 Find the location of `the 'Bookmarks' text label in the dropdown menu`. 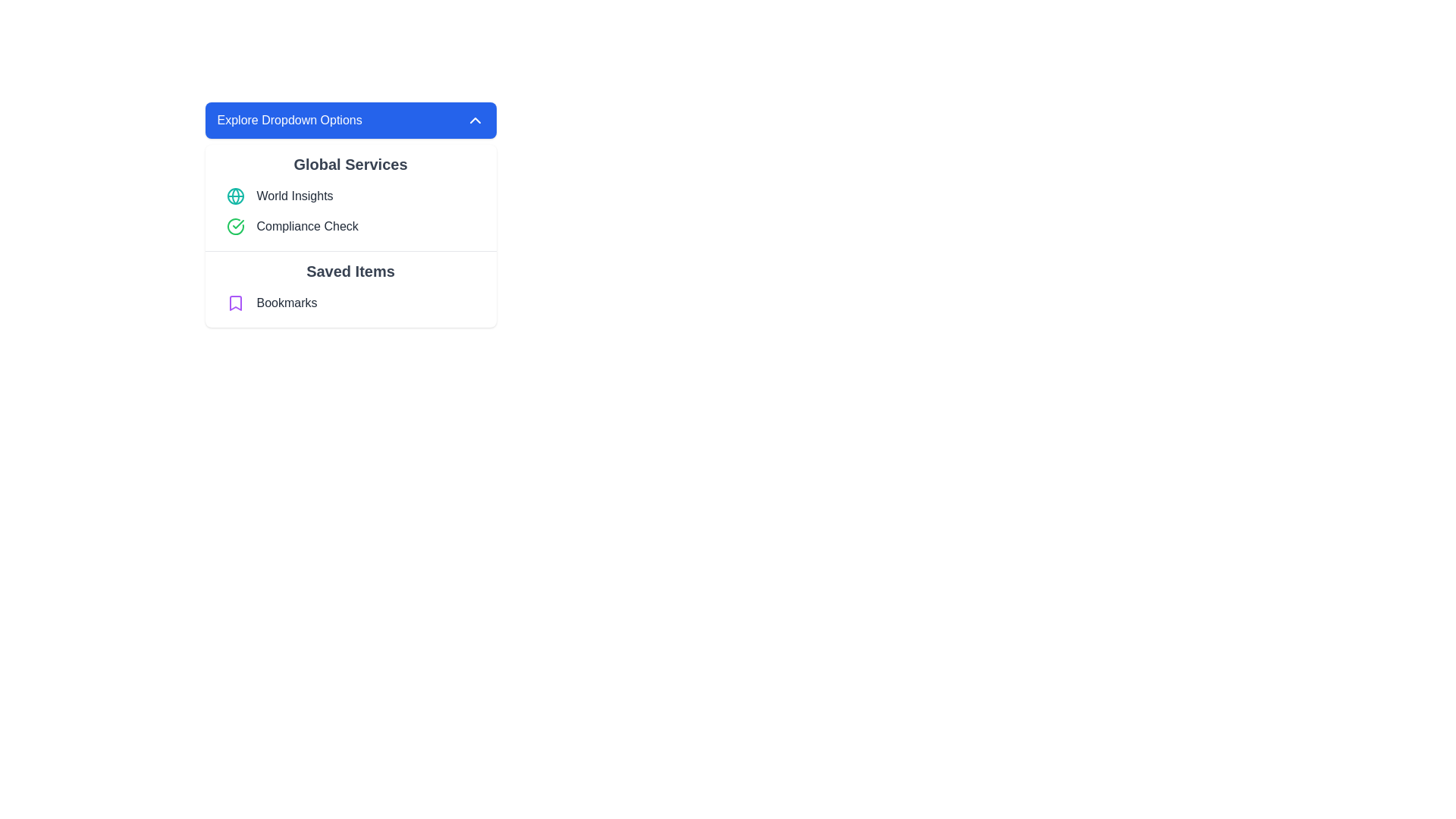

the 'Bookmarks' text label in the dropdown menu is located at coordinates (287, 303).